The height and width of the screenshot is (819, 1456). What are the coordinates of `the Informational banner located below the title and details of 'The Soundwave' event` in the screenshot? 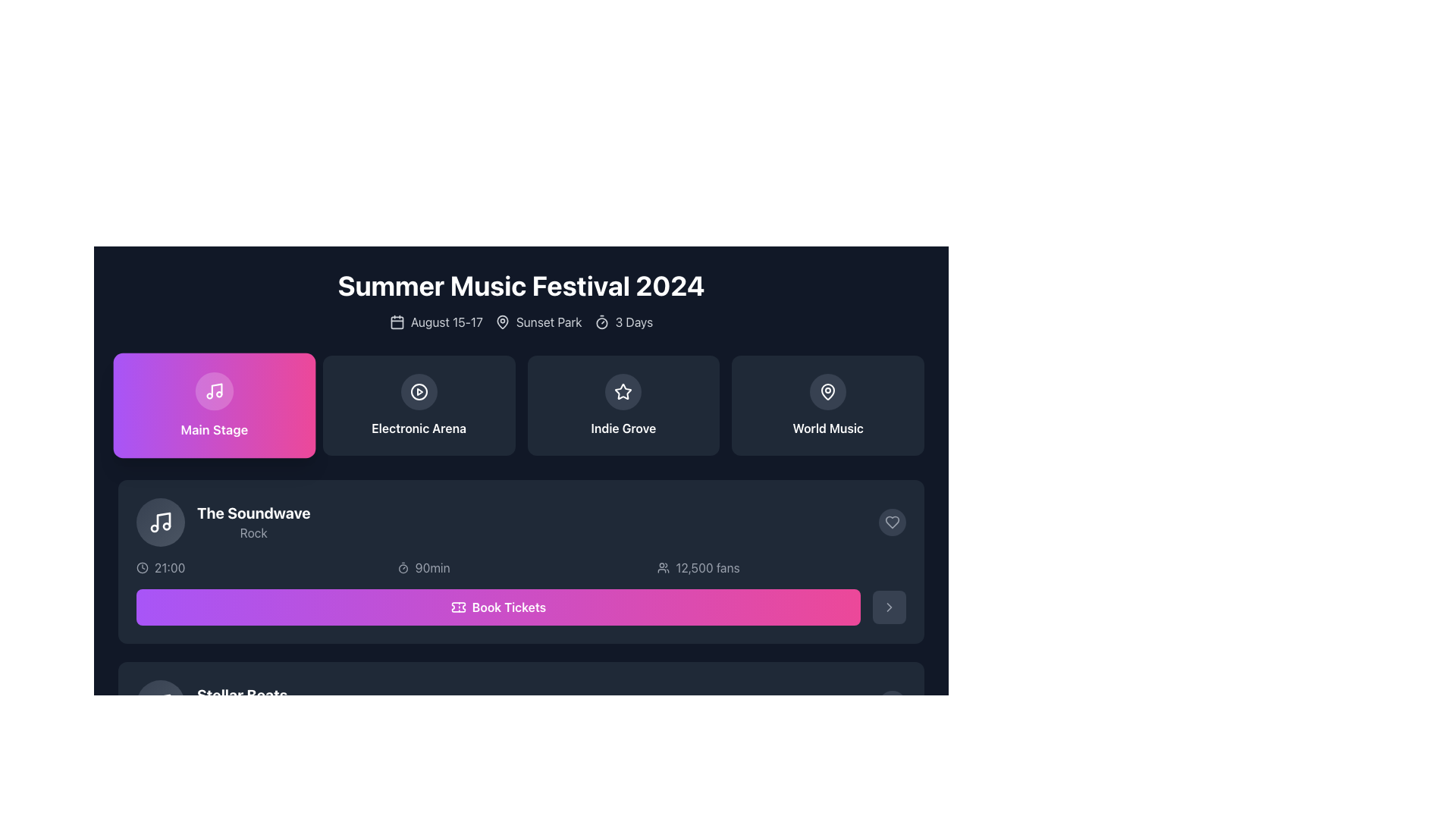 It's located at (521, 567).